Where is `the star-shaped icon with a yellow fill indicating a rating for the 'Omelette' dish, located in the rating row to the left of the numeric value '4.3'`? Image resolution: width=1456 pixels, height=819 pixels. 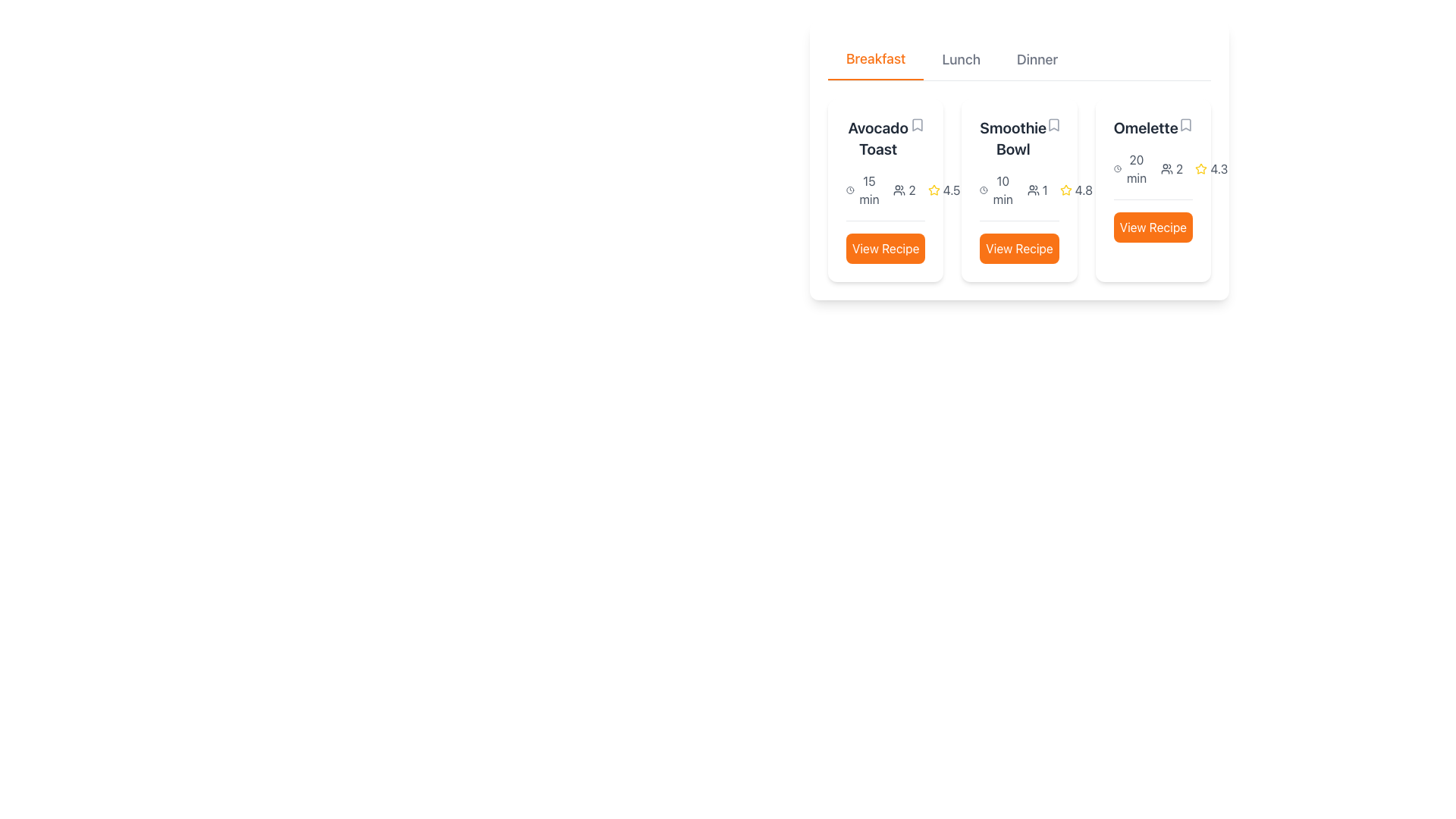 the star-shaped icon with a yellow fill indicating a rating for the 'Omelette' dish, located in the rating row to the left of the numeric value '4.3' is located at coordinates (1200, 168).